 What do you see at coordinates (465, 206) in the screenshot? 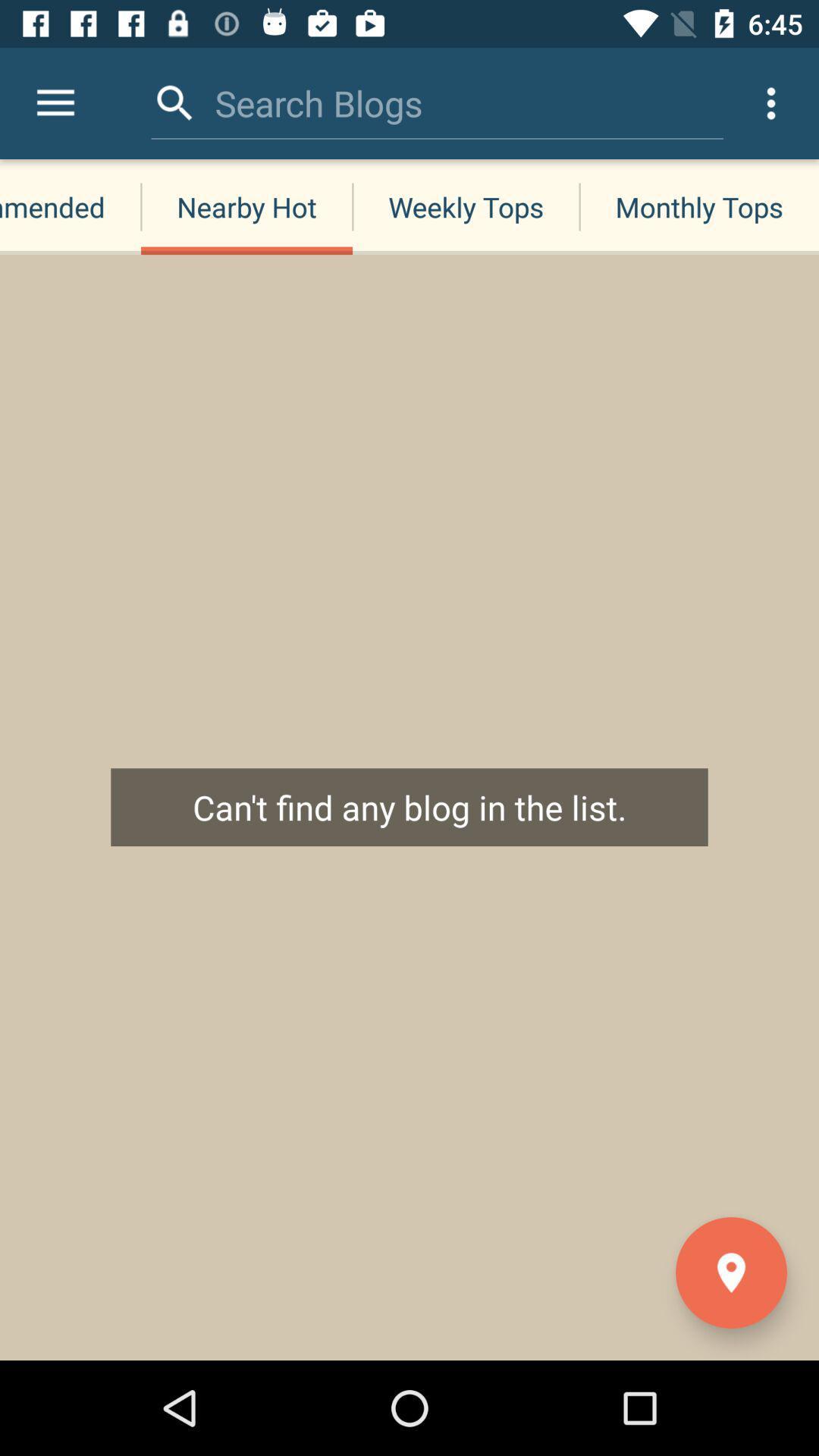
I see `the item to the left of the monthly tops item` at bounding box center [465, 206].